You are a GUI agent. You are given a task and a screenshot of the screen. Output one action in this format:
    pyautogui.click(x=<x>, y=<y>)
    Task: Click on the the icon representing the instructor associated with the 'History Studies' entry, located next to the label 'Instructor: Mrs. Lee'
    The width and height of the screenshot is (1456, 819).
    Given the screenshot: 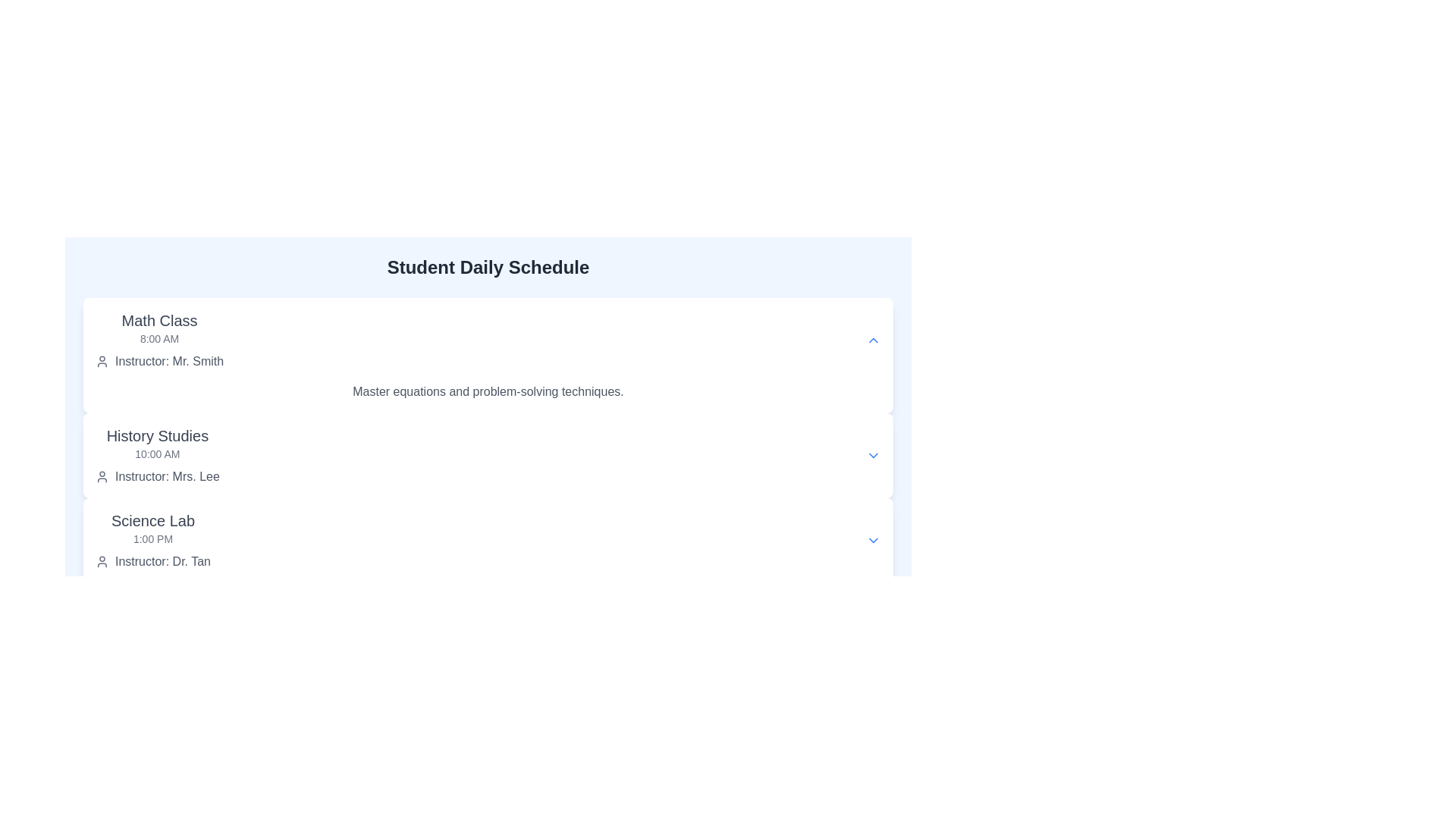 What is the action you would take?
    pyautogui.click(x=101, y=475)
    